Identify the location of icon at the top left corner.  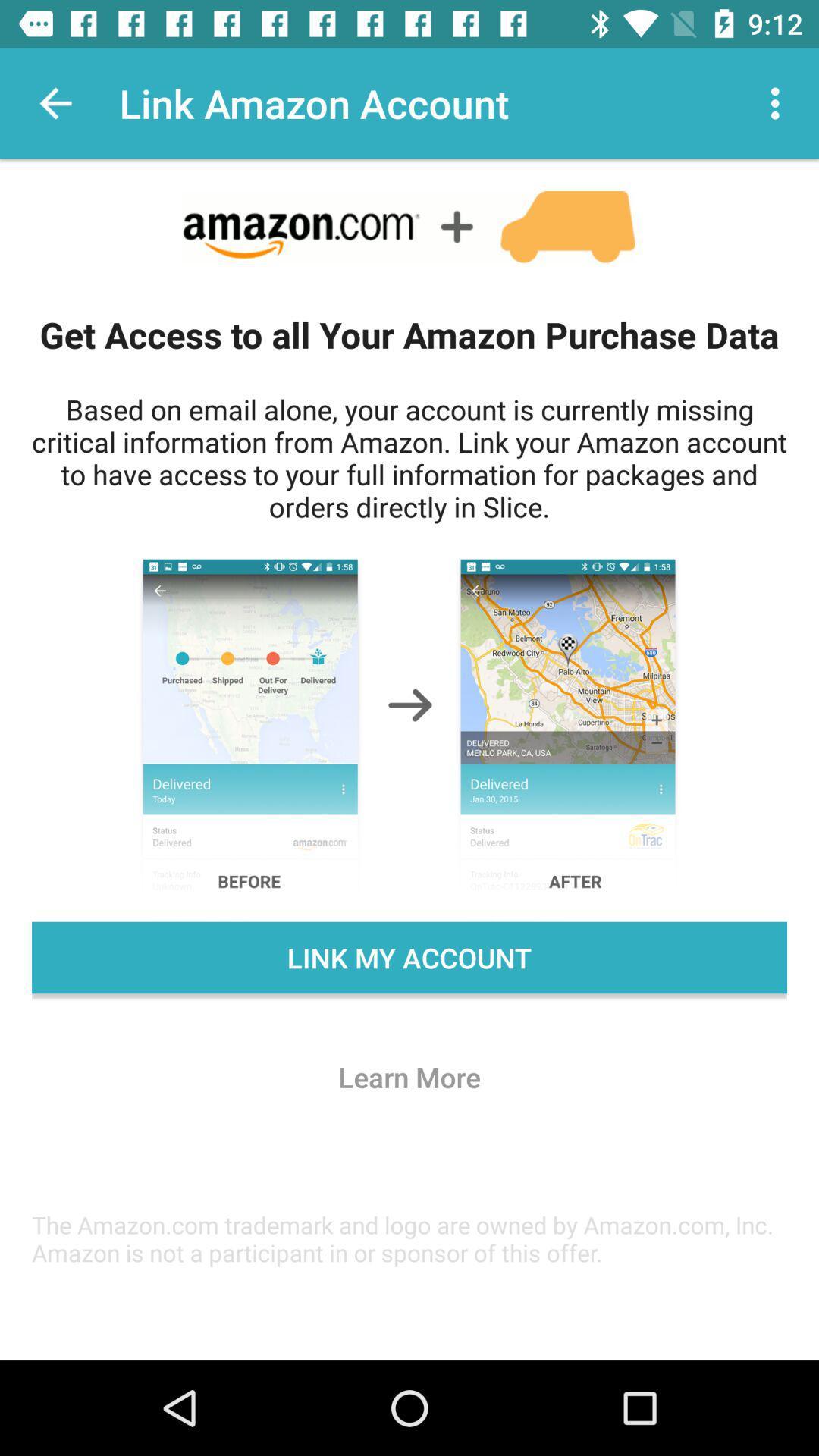
(55, 102).